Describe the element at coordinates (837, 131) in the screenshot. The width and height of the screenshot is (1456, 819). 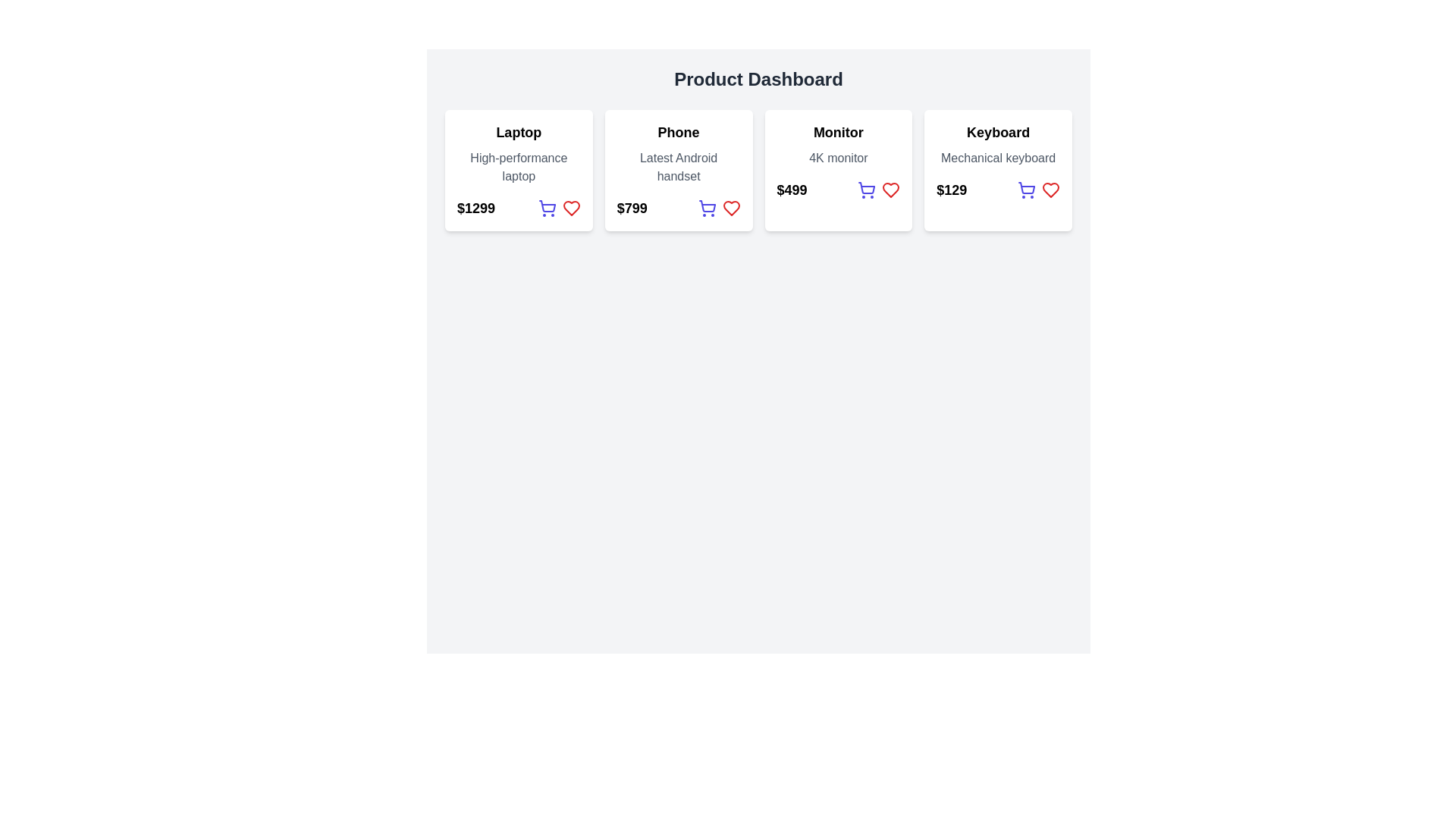
I see `the 'Monitor' text label, which serves as the title indicating the category of the item within the monitor information card` at that location.